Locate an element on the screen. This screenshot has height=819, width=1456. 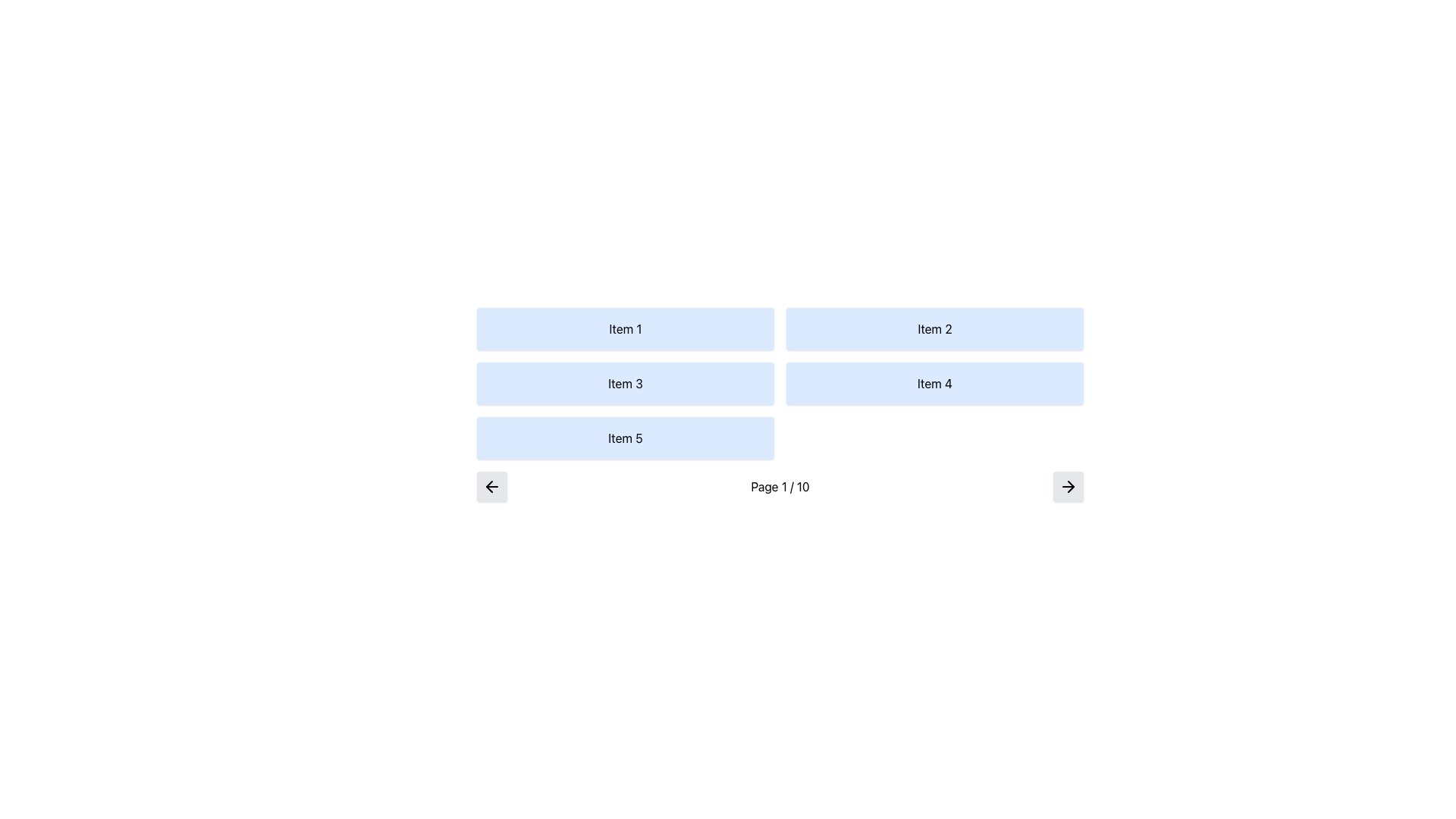
the rectangular button with a light gray background and a left-pointing arrow icon located at the far left inside the navigation bar to change its background color is located at coordinates (491, 486).